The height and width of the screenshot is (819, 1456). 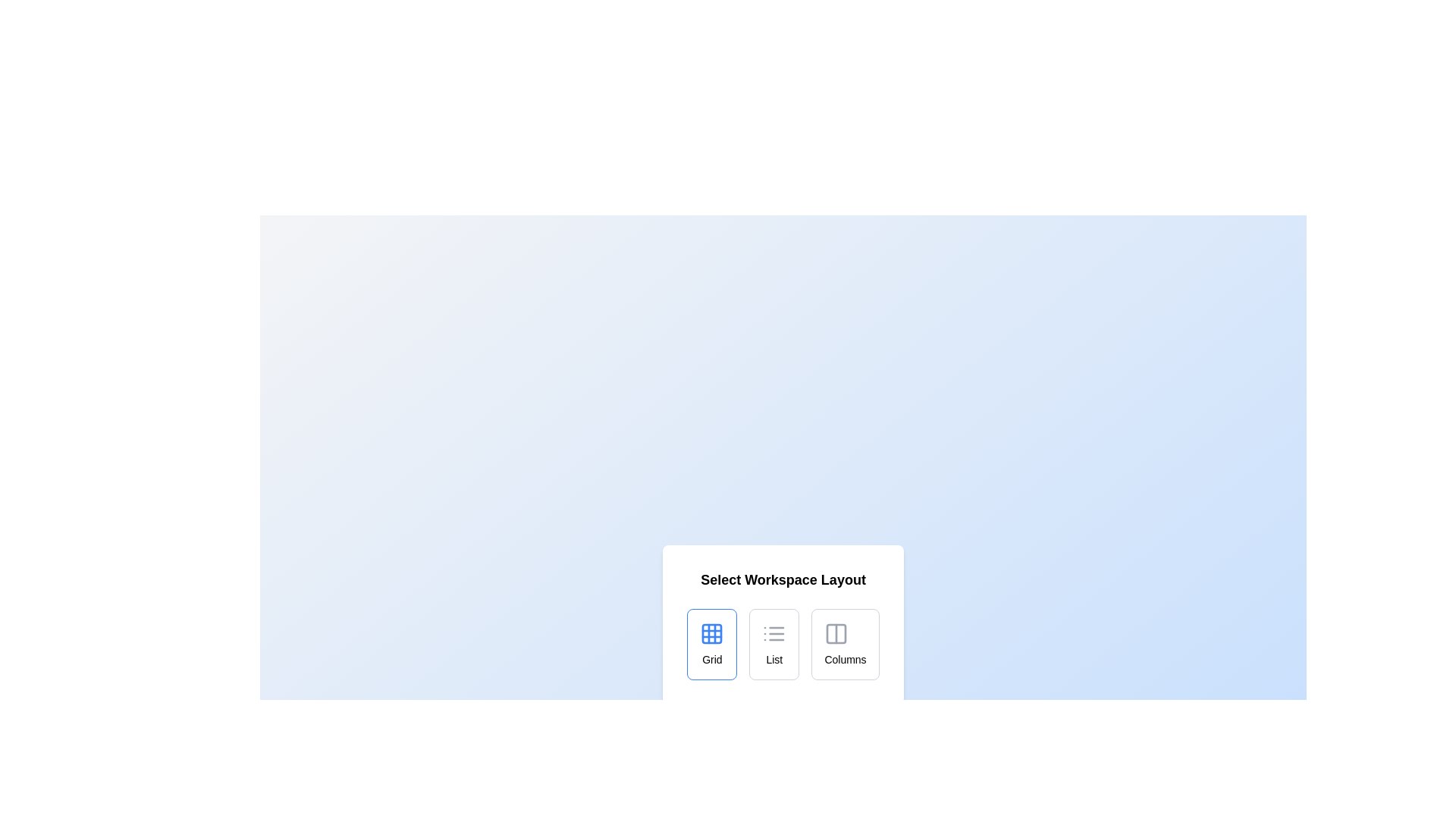 I want to click on the layout option Grid to observe visual feedback, so click(x=711, y=644).